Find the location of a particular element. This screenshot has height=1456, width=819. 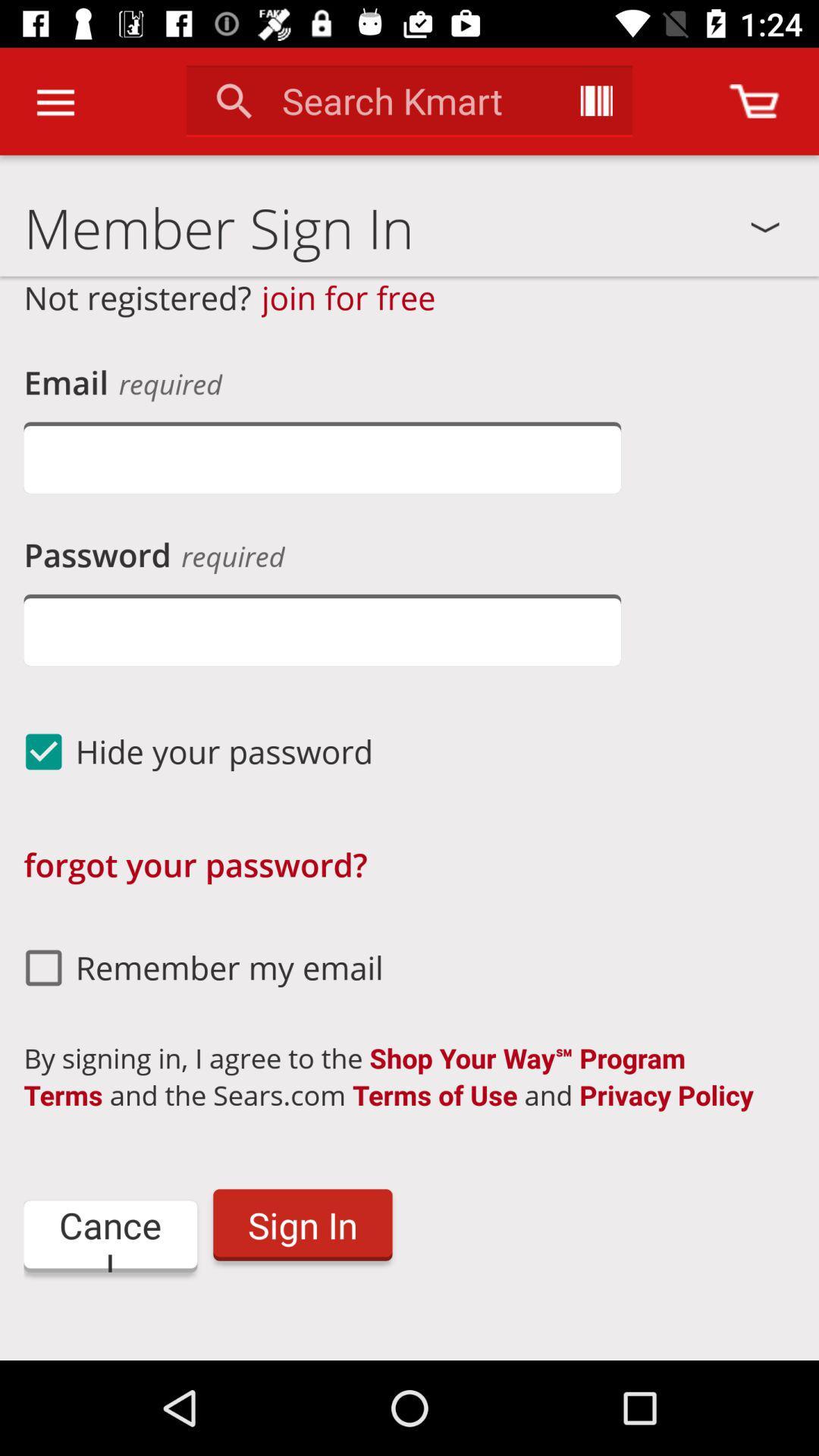

in your email address is located at coordinates (322, 457).